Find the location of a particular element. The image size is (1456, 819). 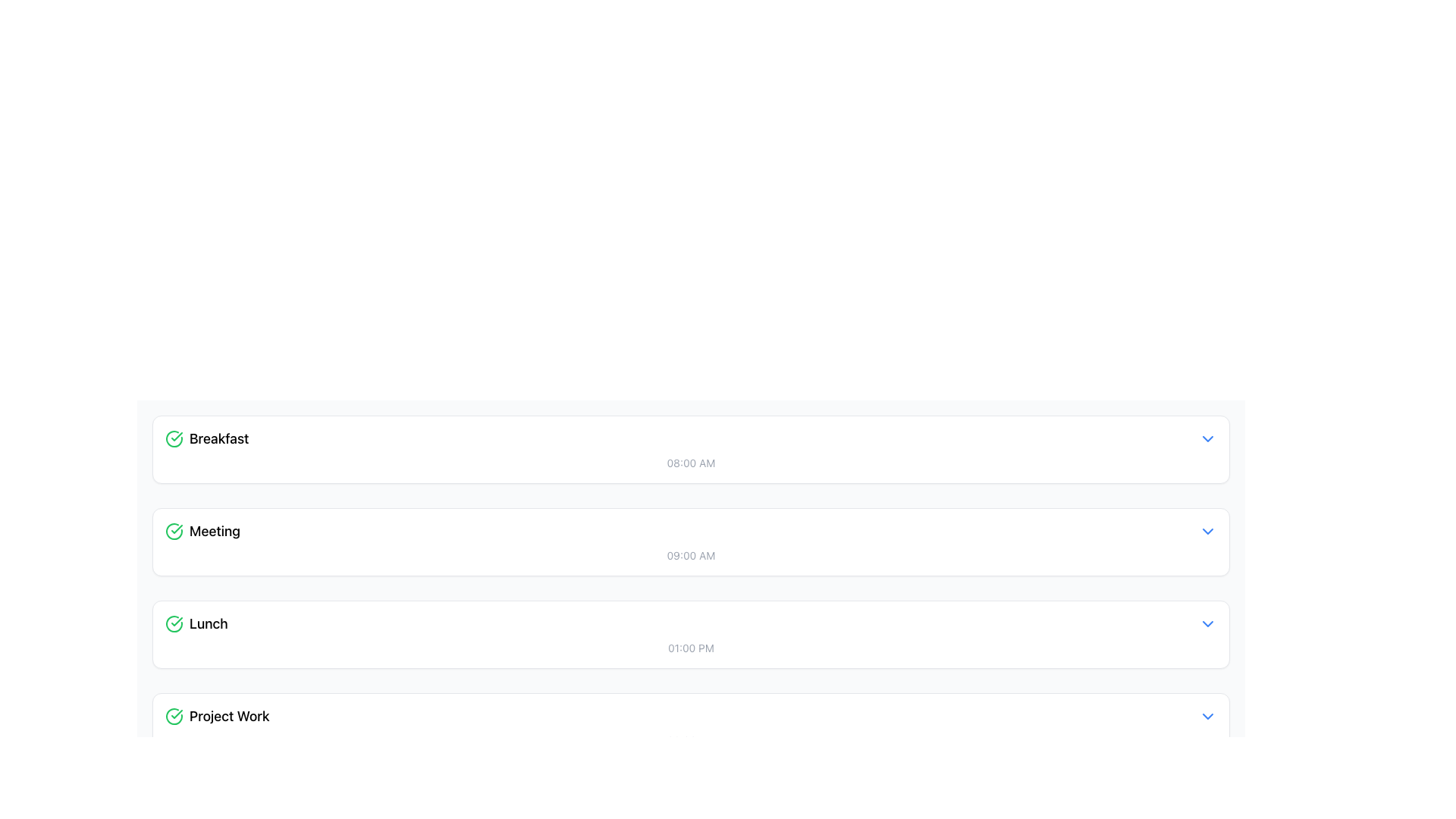

label of the first task list item labeled 'Breakfast', which is visually indicated by a green checkmark is located at coordinates (206, 438).